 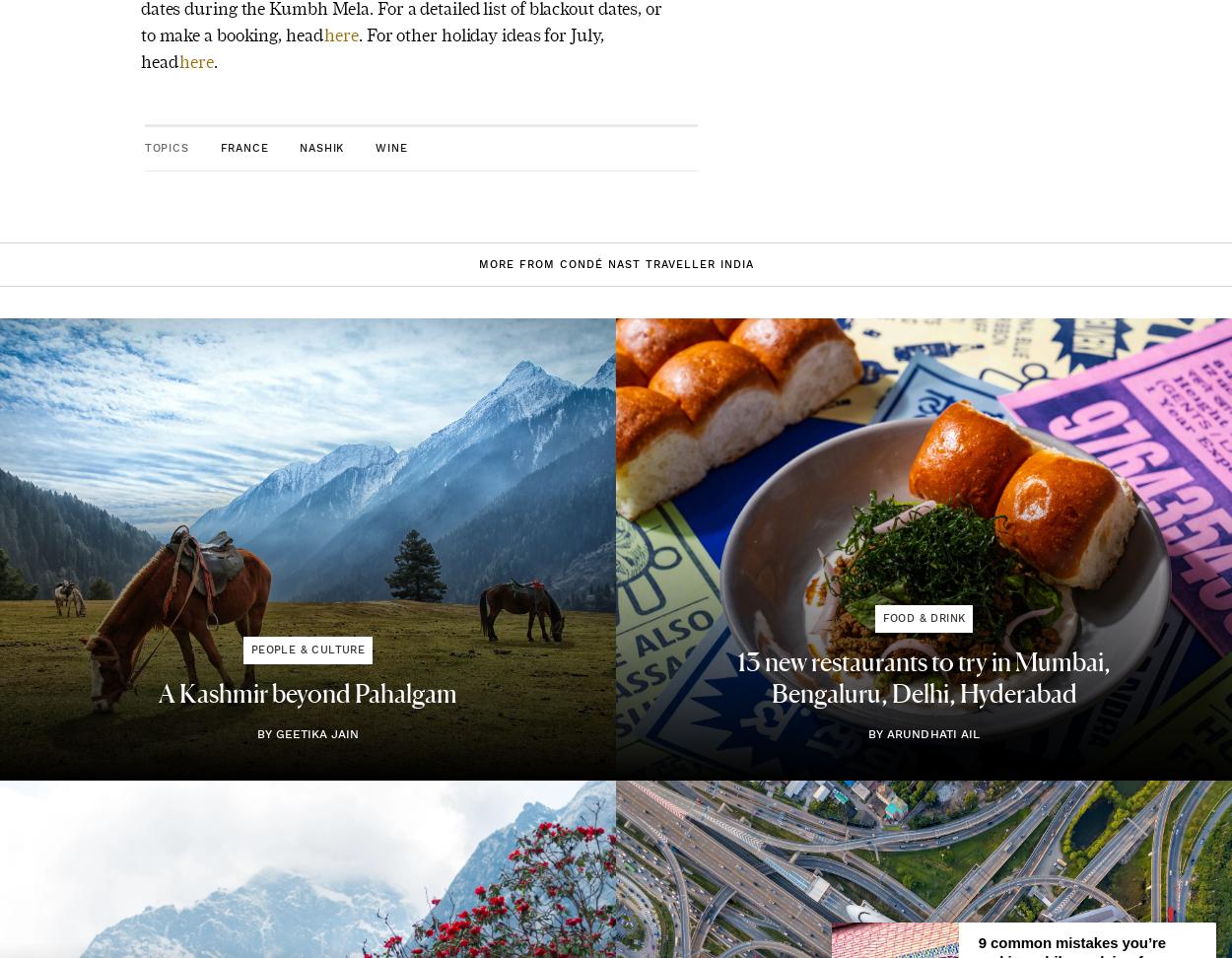 I want to click on '. For other holiday ideas for July, head', so click(x=140, y=47).